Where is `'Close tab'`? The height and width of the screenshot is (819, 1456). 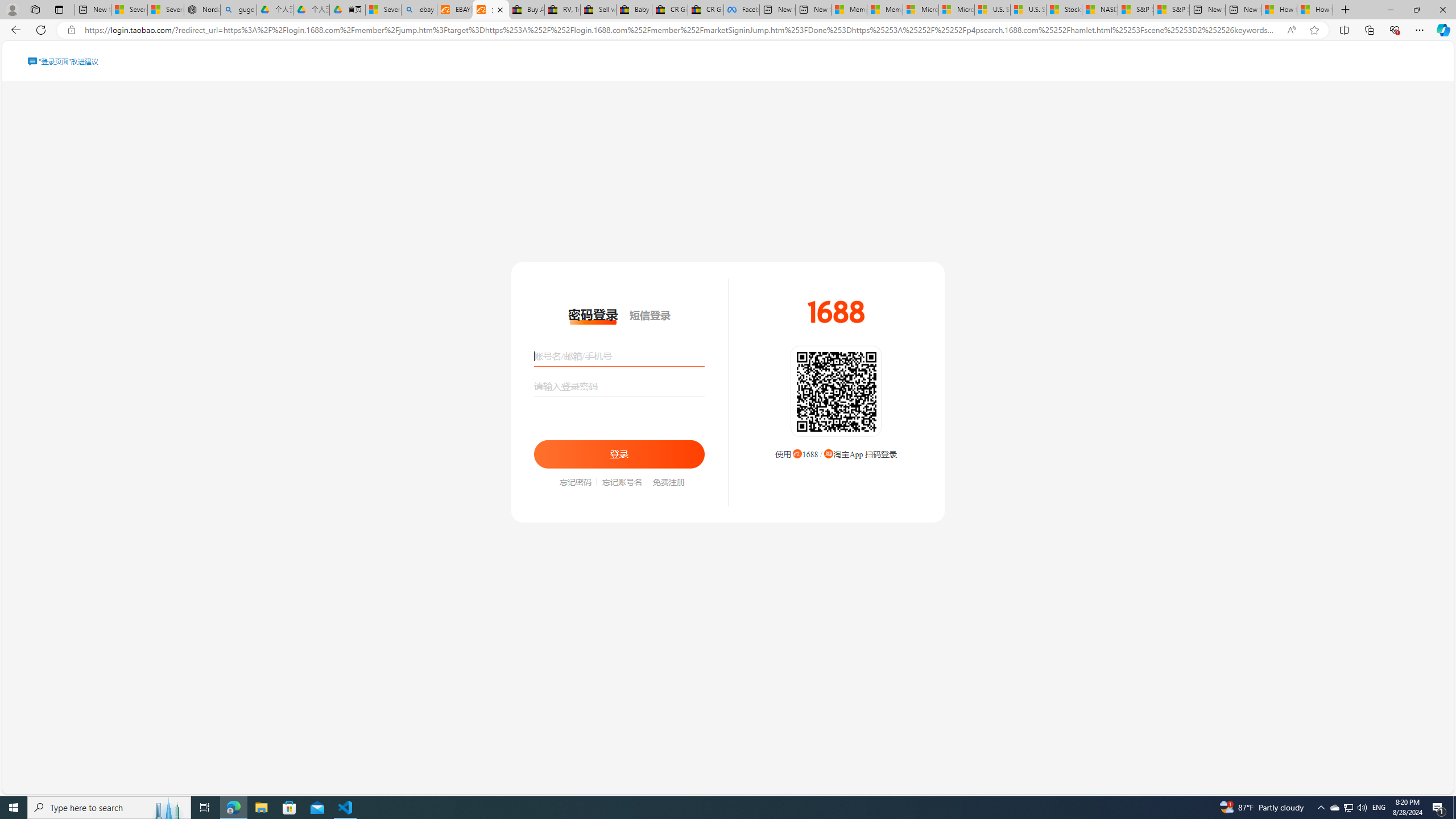
'Close tab' is located at coordinates (500, 9).